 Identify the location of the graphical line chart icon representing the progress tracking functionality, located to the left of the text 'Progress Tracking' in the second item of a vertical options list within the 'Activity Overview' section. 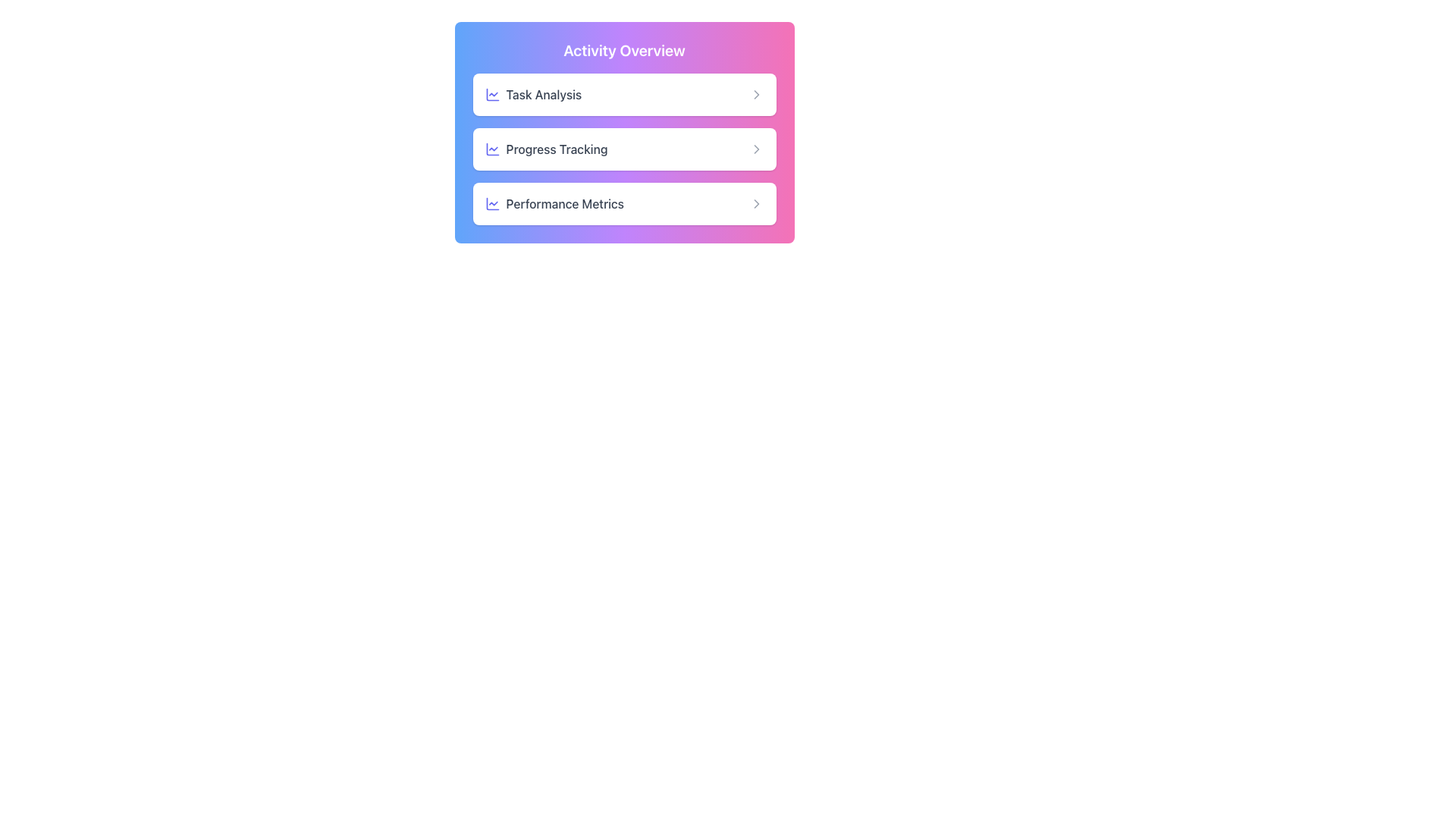
(492, 149).